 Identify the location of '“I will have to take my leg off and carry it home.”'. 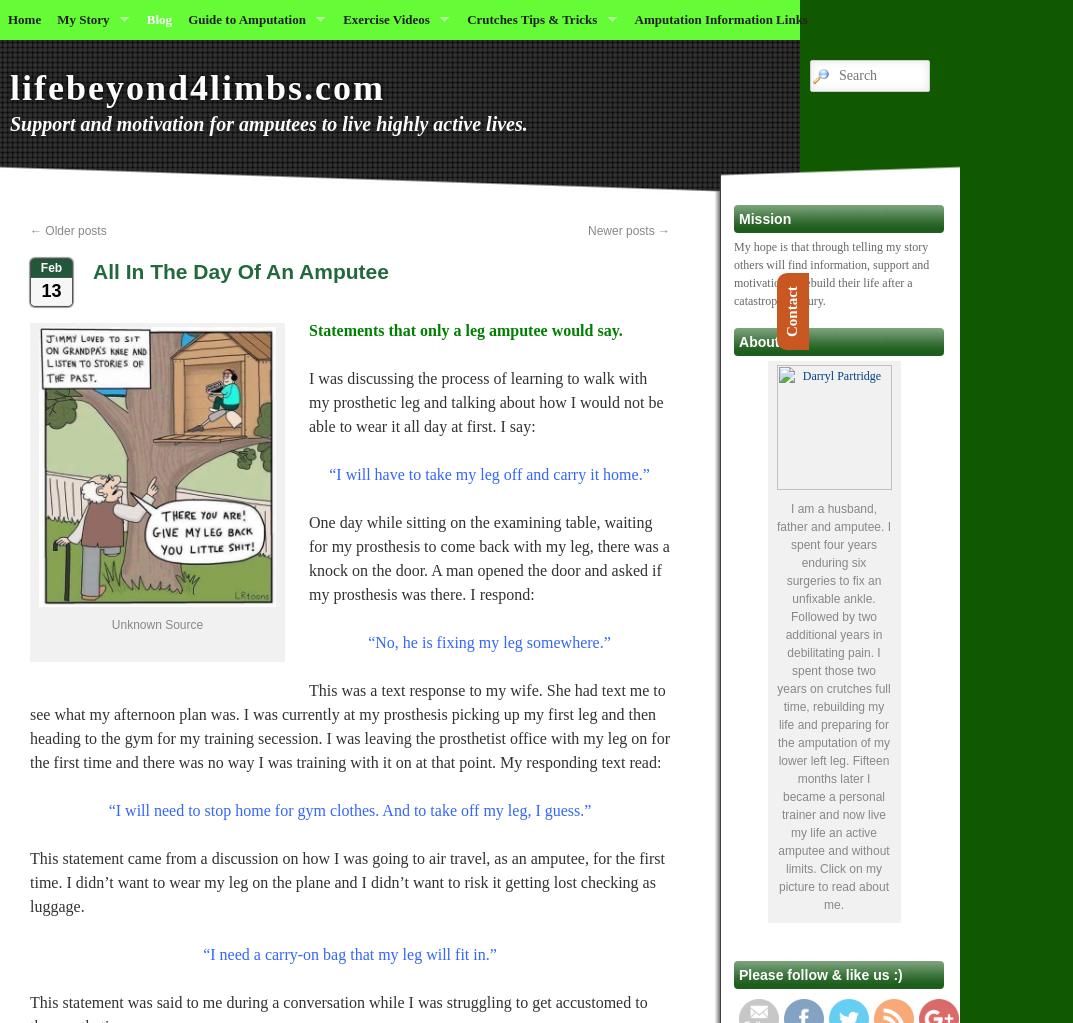
(328, 474).